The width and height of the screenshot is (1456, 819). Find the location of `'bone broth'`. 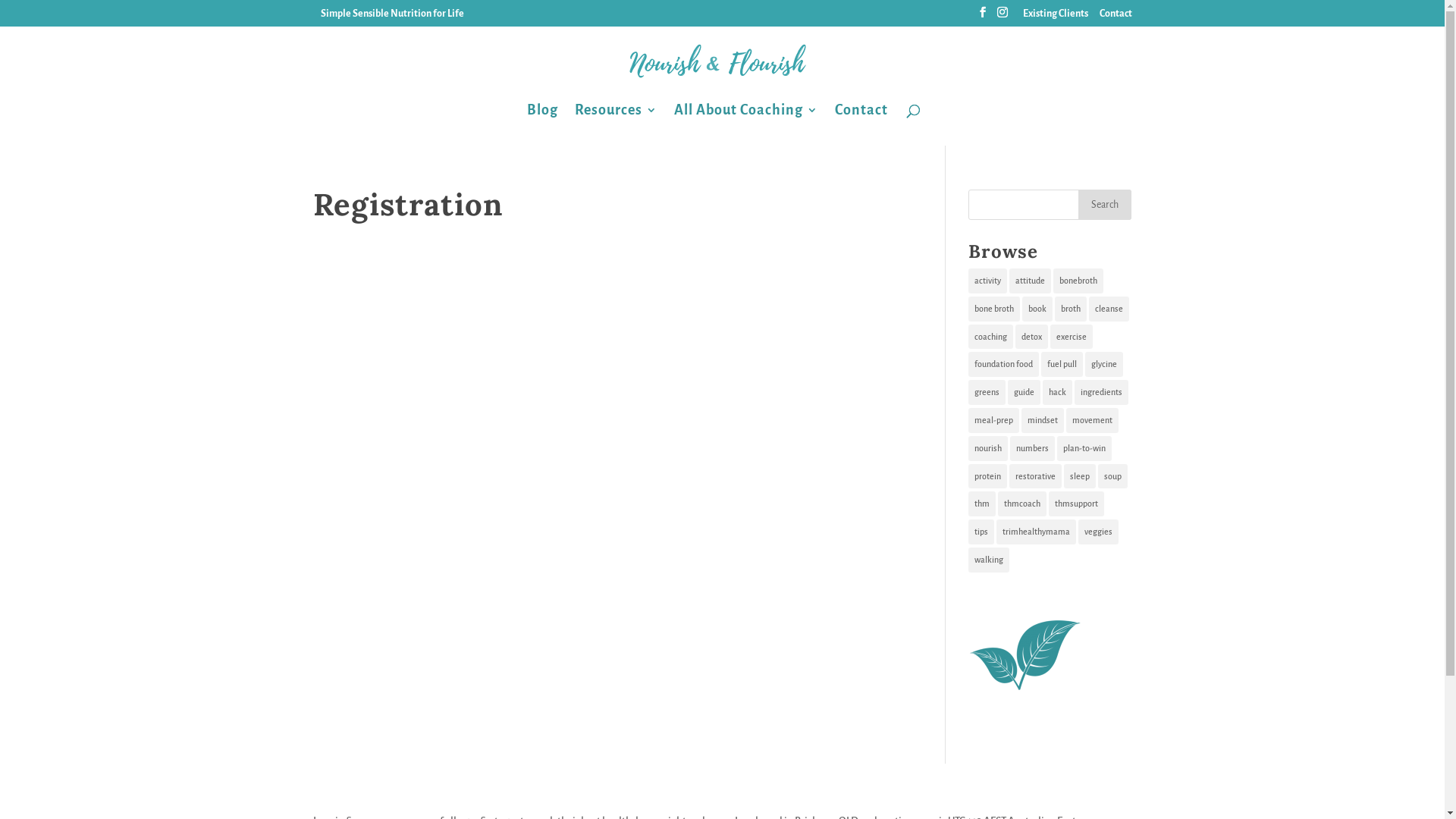

'bone broth' is located at coordinates (967, 308).